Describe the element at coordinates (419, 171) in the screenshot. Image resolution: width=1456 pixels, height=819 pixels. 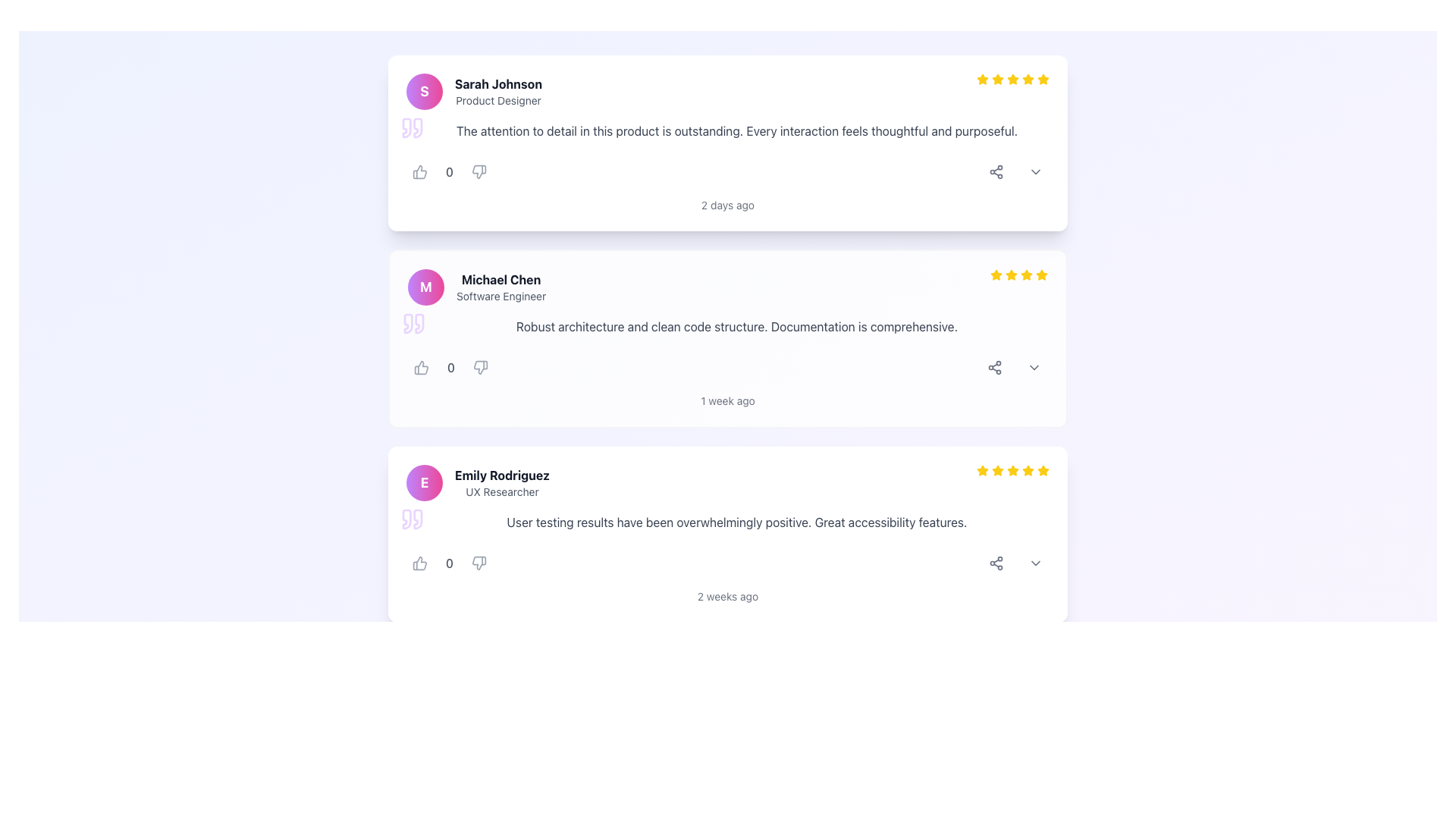
I see `the approval icon located to the left of the text '0'` at that location.